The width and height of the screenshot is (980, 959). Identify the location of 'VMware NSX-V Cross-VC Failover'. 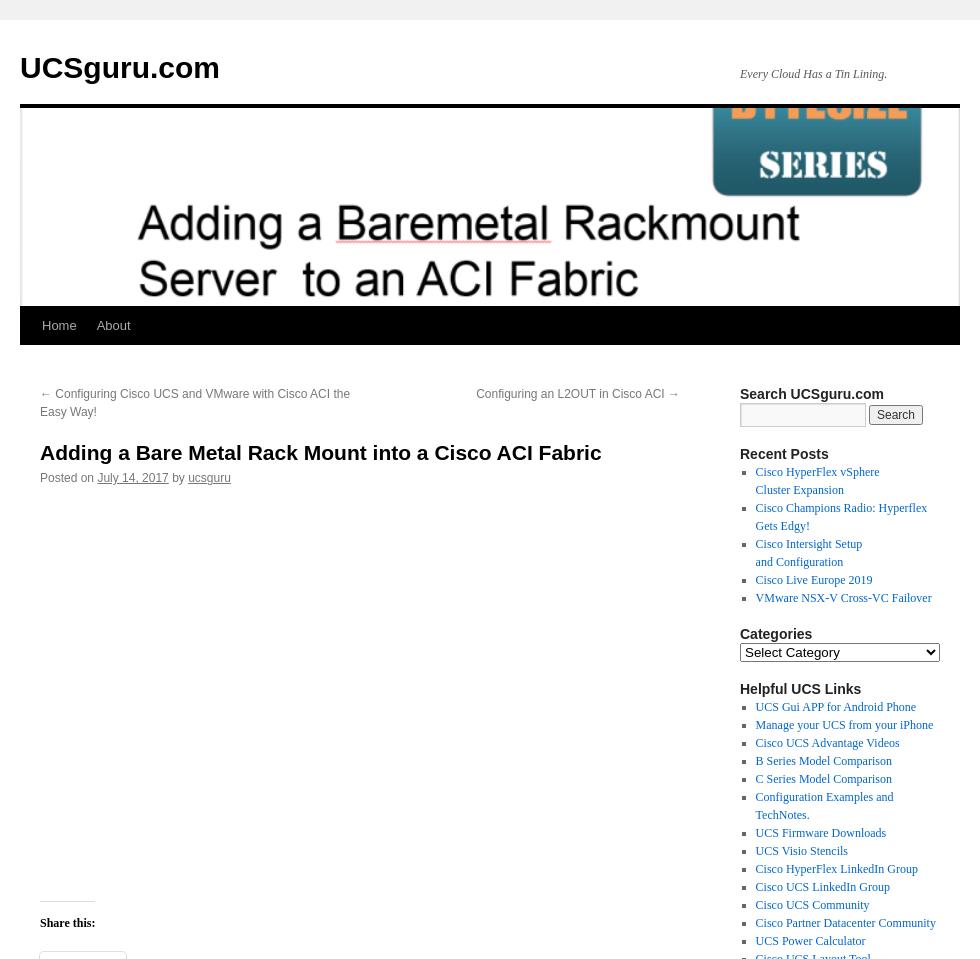
(842, 597).